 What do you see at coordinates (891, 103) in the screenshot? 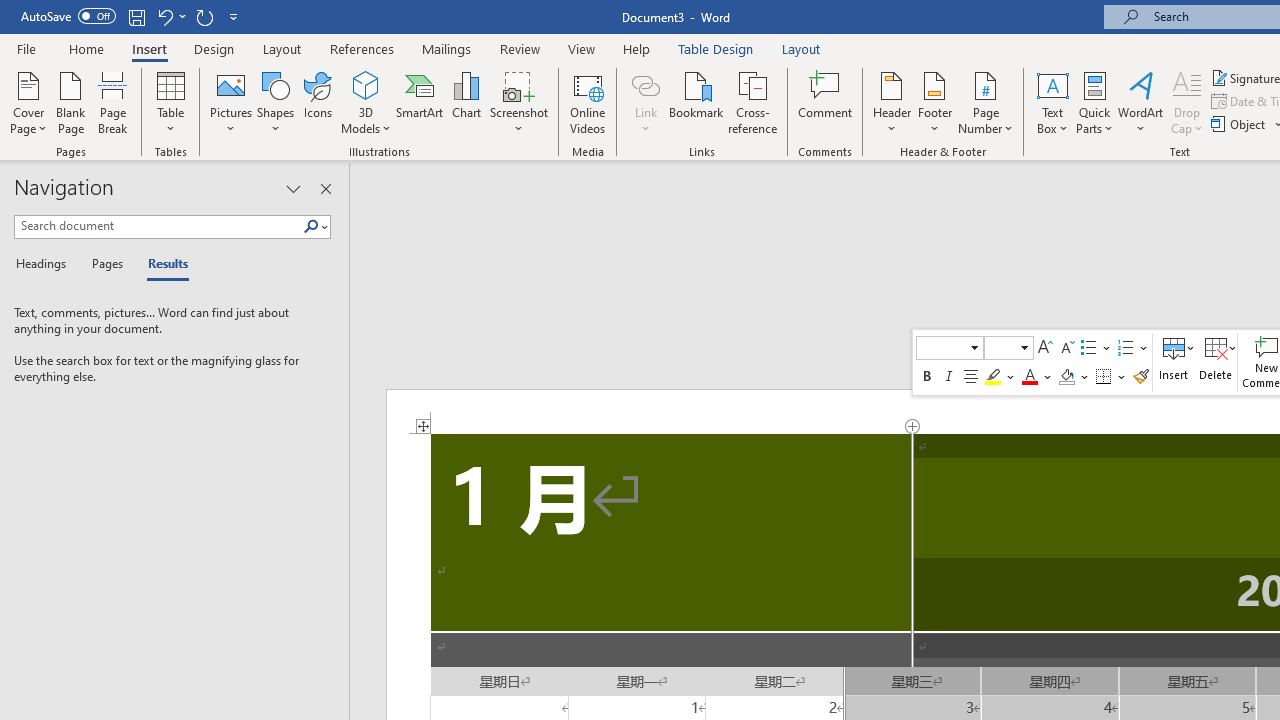
I see `'Header'` at bounding box center [891, 103].